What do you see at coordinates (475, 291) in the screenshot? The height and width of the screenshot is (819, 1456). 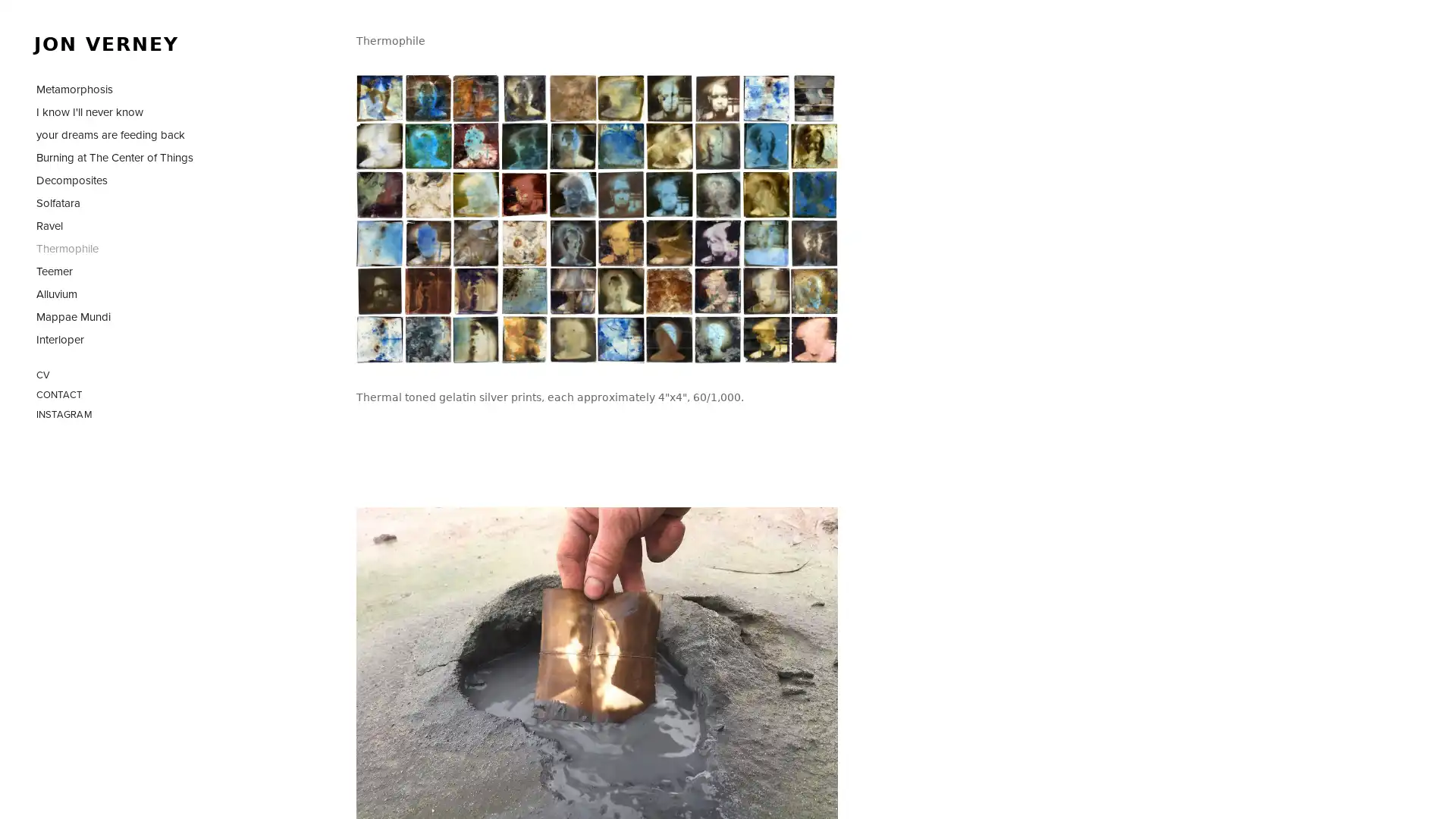 I see `View fullsize jon_verney_thermophile_26.jpg` at bounding box center [475, 291].